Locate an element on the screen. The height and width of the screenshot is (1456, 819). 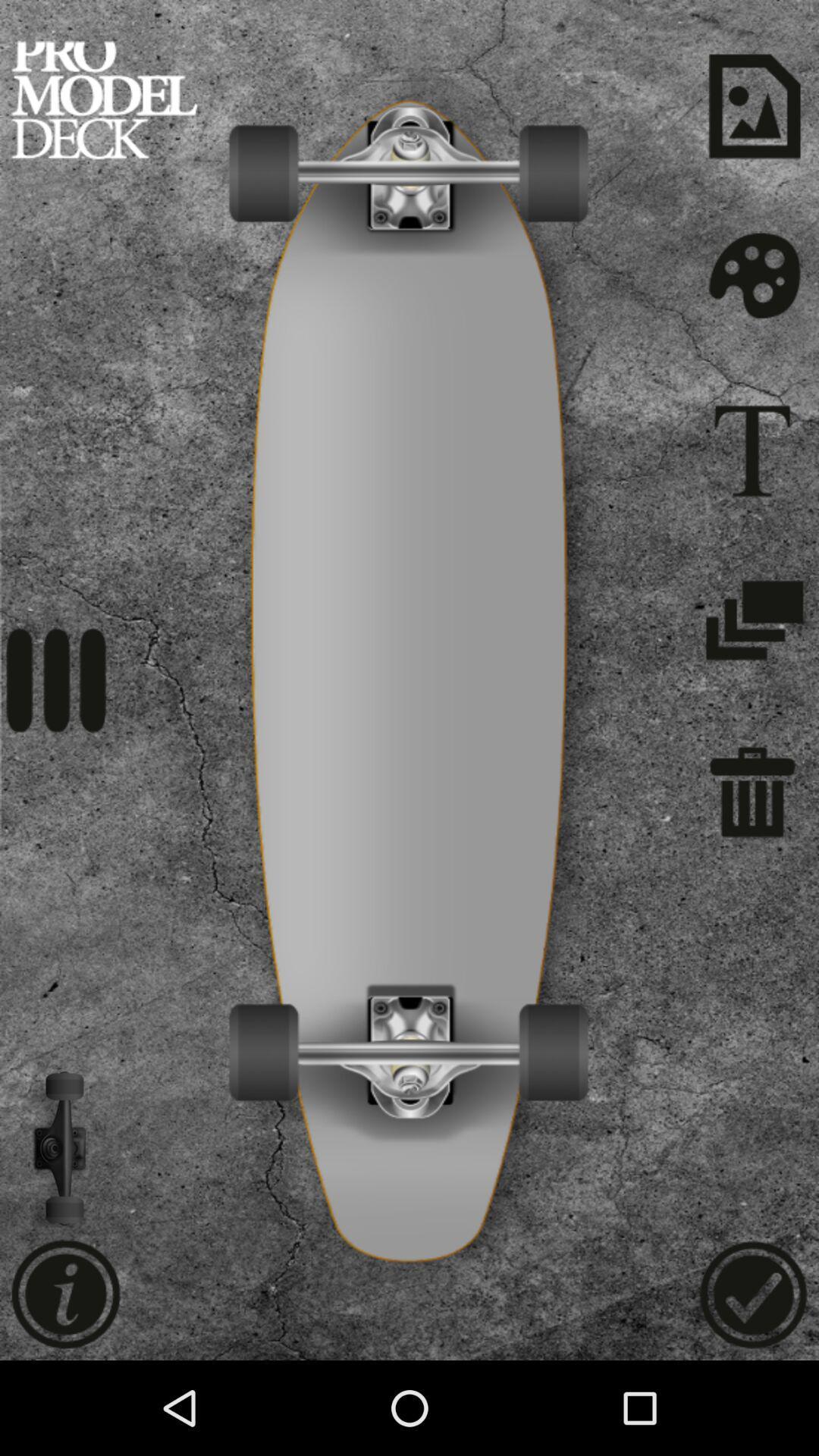
the layers icon is located at coordinates (752, 667).